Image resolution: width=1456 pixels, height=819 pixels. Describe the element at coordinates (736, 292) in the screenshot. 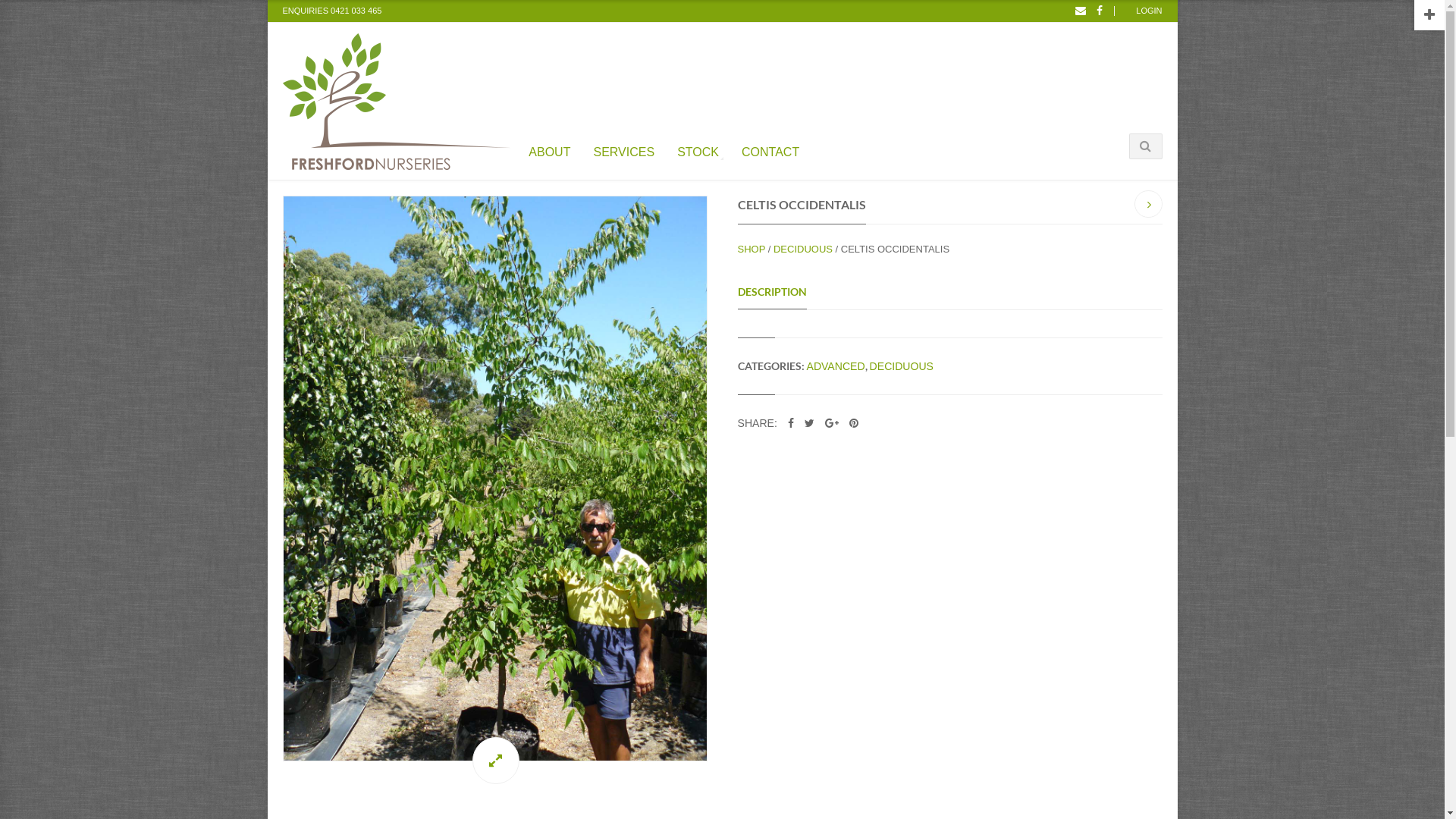

I see `'DESCRIPTION'` at that location.